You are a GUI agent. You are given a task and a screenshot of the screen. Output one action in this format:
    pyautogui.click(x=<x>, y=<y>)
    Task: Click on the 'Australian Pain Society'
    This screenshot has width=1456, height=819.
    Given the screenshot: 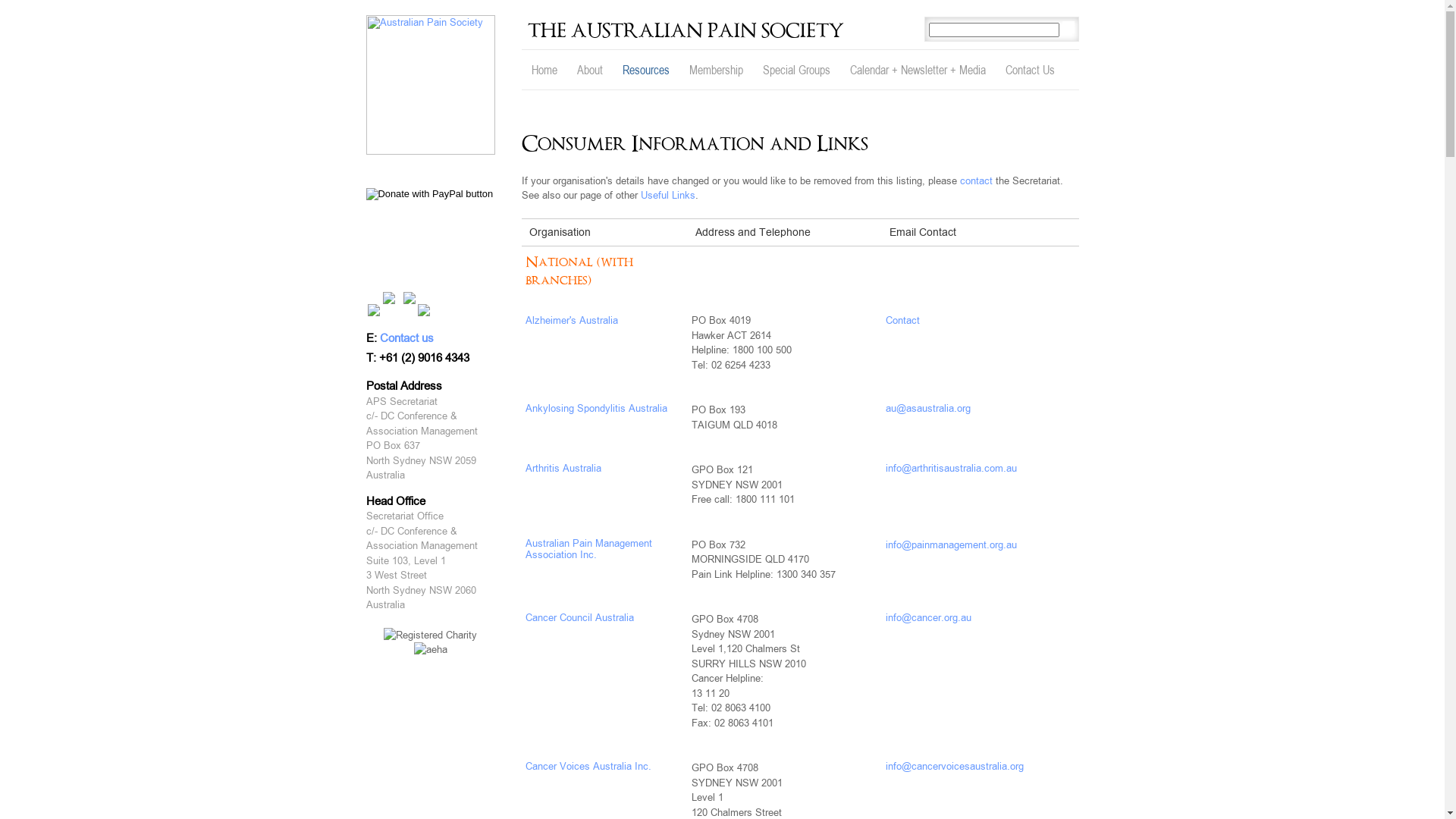 What is the action you would take?
    pyautogui.click(x=428, y=84)
    